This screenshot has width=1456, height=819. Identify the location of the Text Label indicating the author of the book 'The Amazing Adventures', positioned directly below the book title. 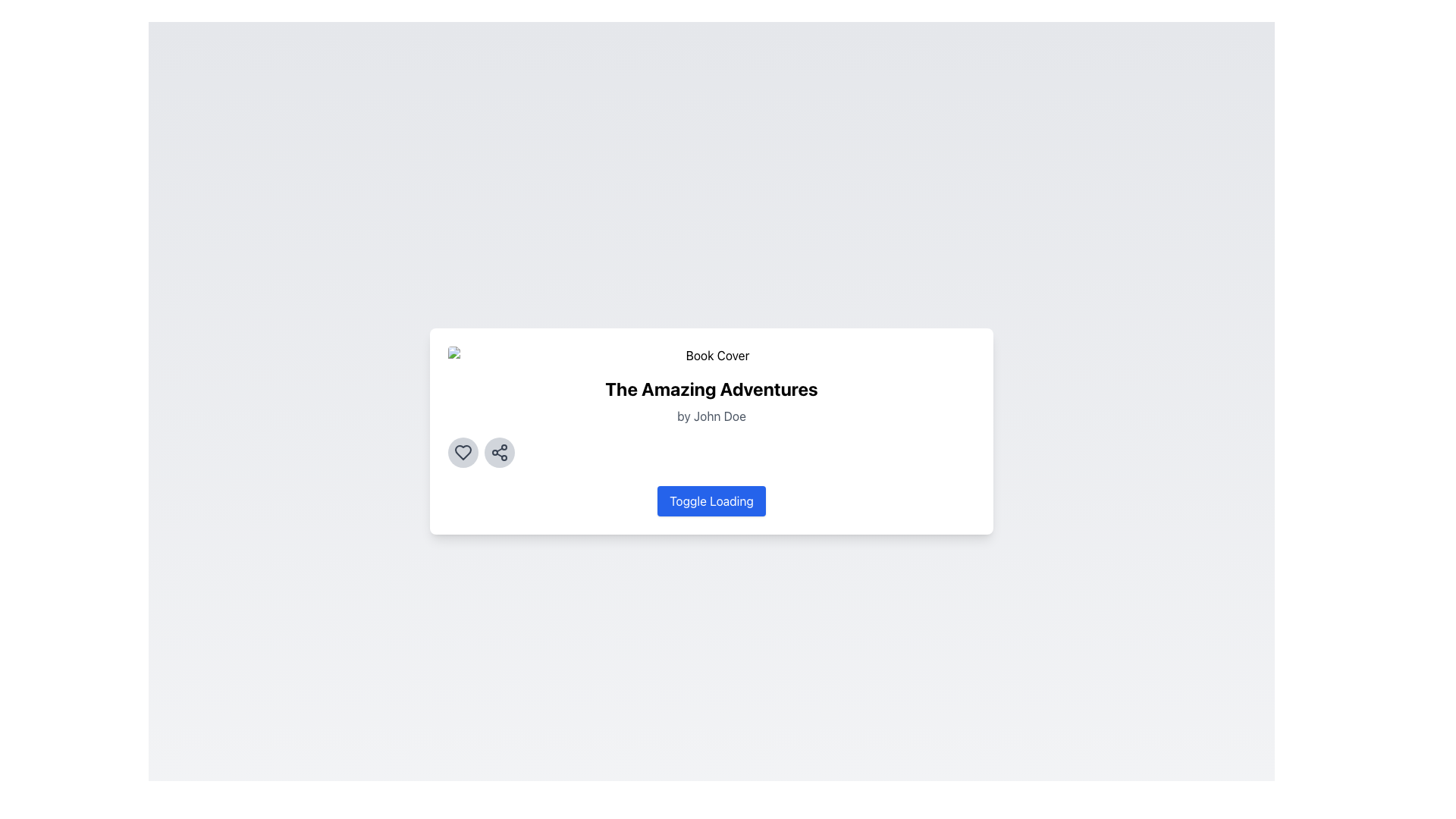
(711, 416).